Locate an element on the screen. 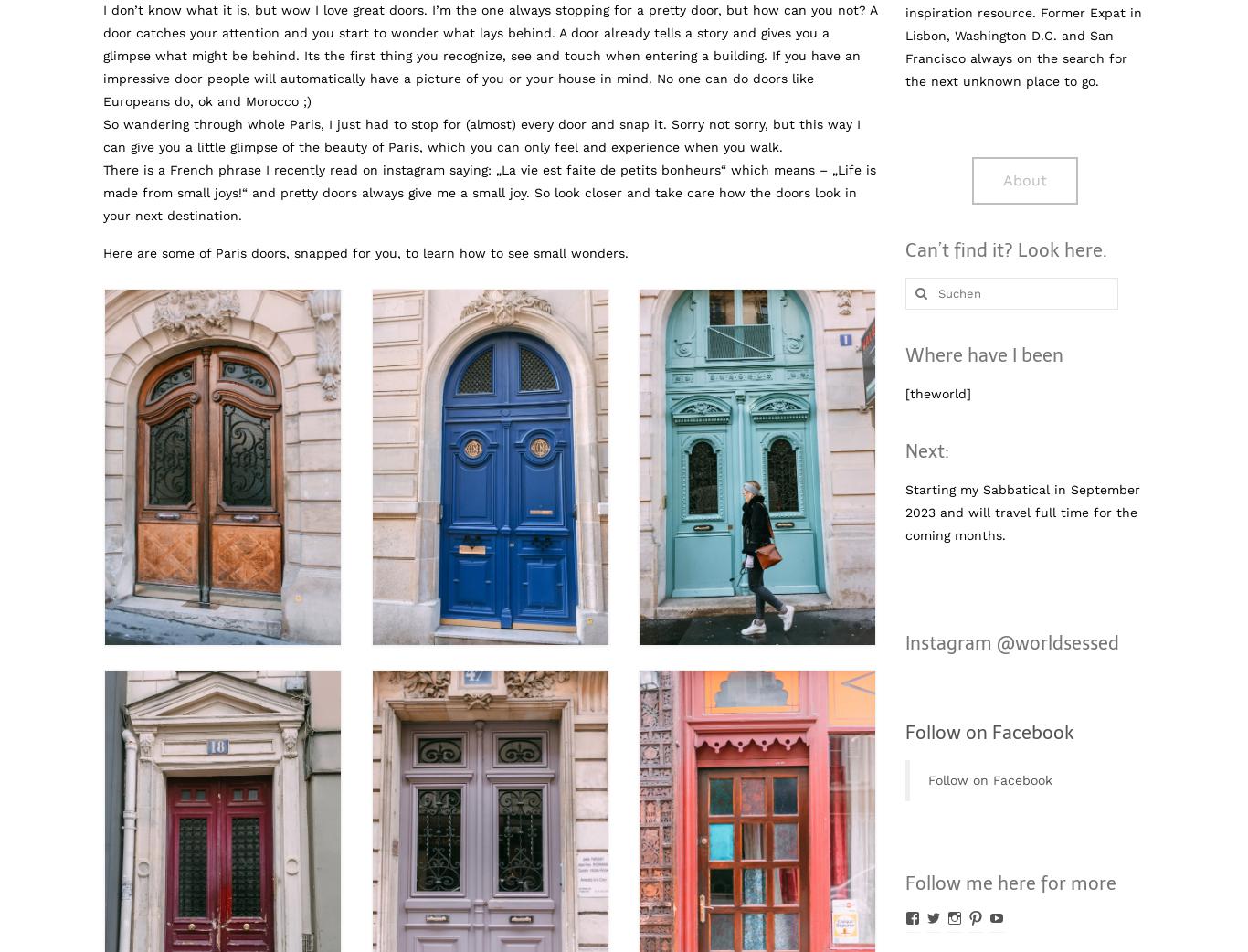  'Here are some of Paris doors, snapped for you, to learn how to see small wonders.' is located at coordinates (365, 252).